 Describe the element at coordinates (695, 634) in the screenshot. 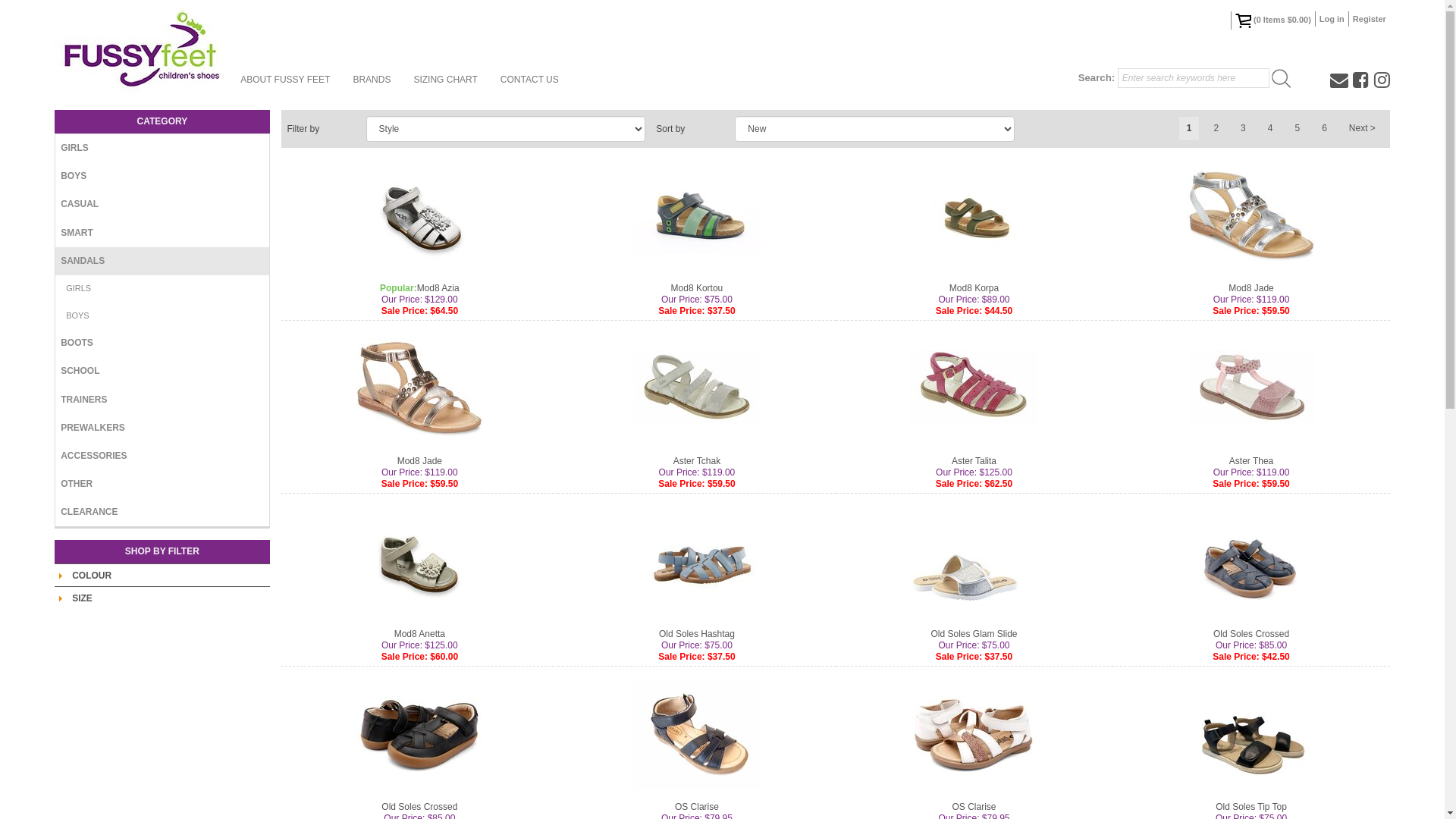

I see `'Old Soles Hashtag'` at that location.